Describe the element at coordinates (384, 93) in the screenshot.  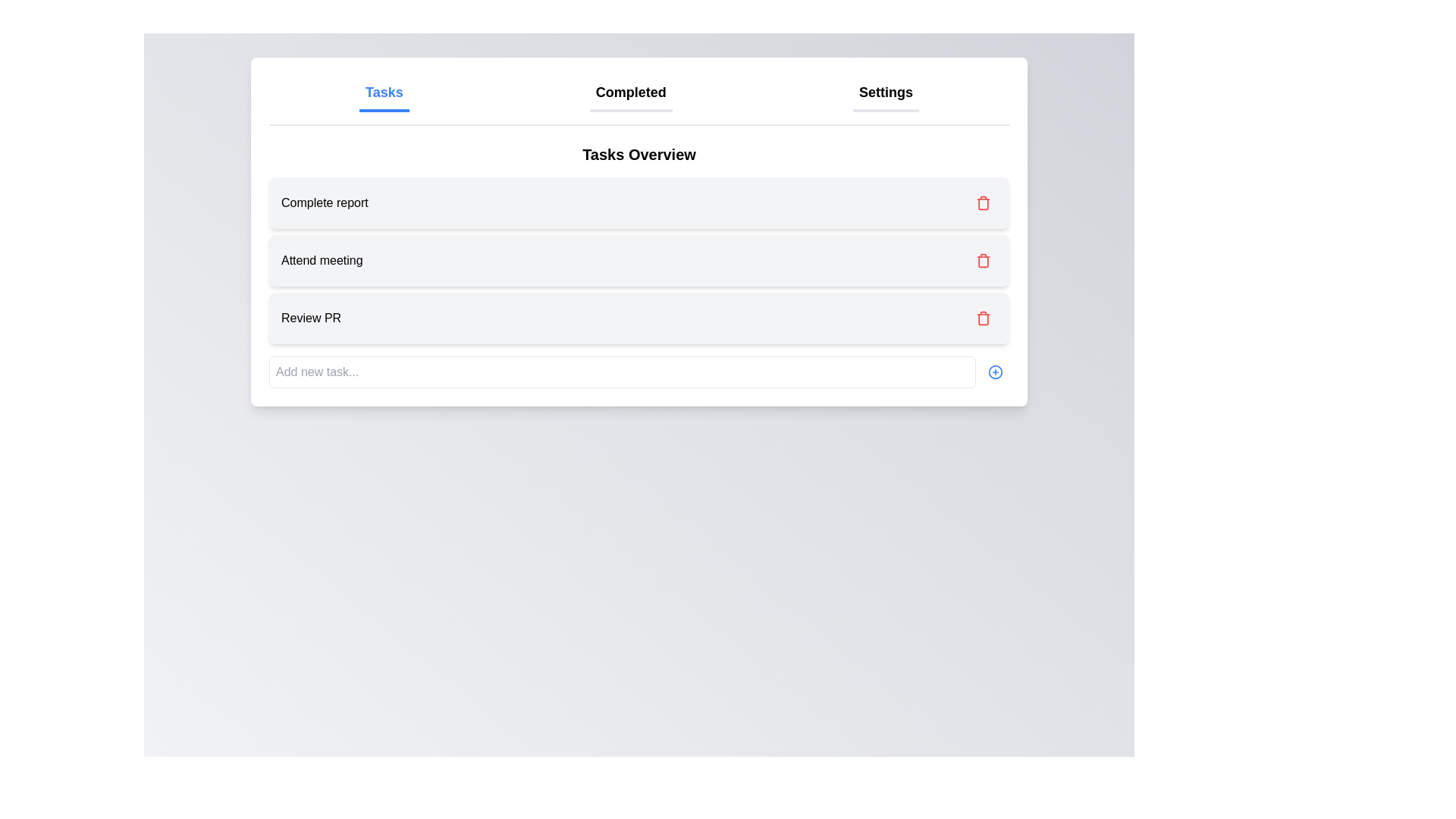
I see `the 'Tasks' tab, which is a bold, blue, underlined text label located at the top of the interface` at that location.